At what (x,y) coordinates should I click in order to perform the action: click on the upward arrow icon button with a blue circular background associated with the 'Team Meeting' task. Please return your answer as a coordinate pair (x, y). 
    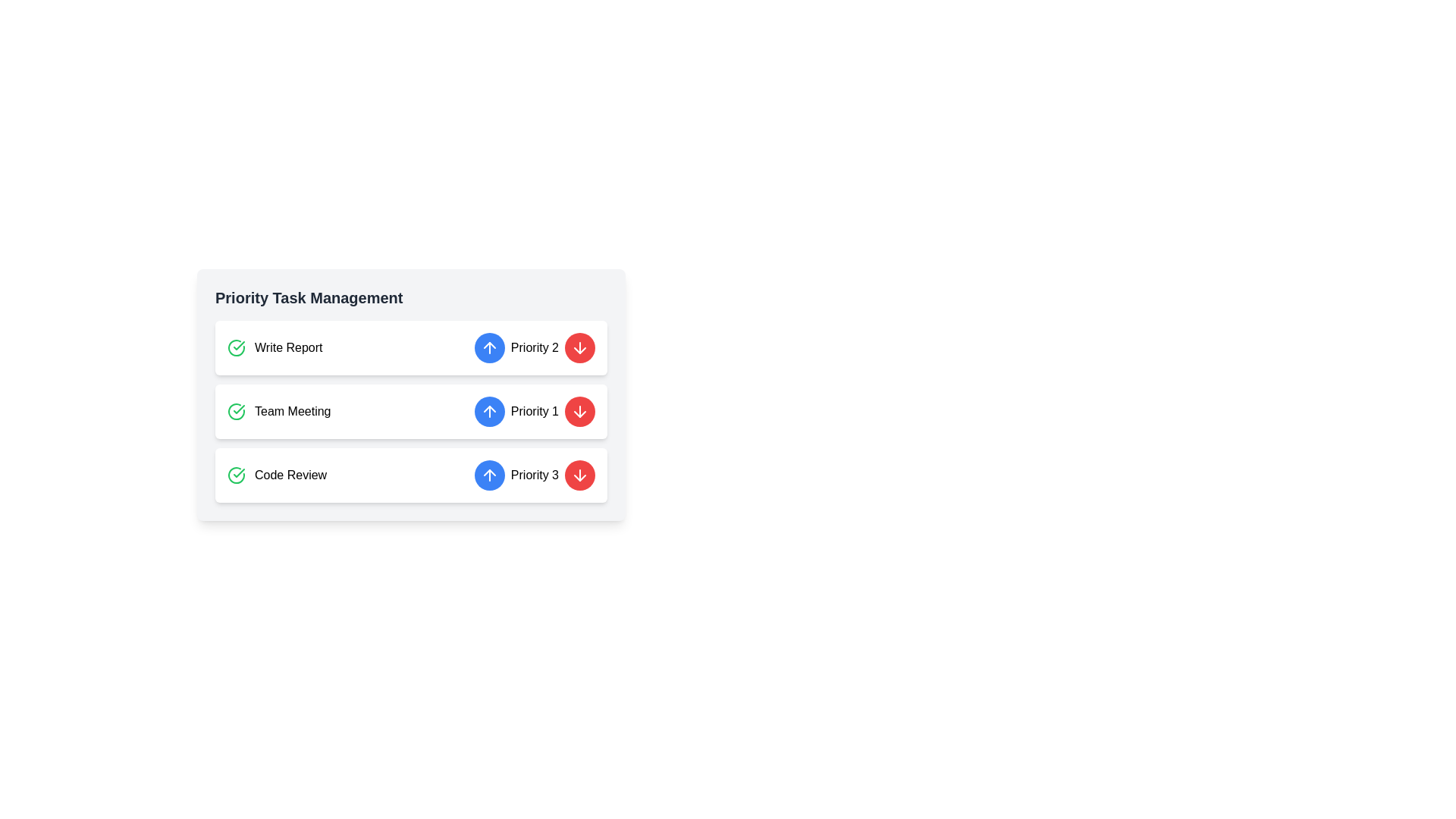
    Looking at the image, I should click on (489, 348).